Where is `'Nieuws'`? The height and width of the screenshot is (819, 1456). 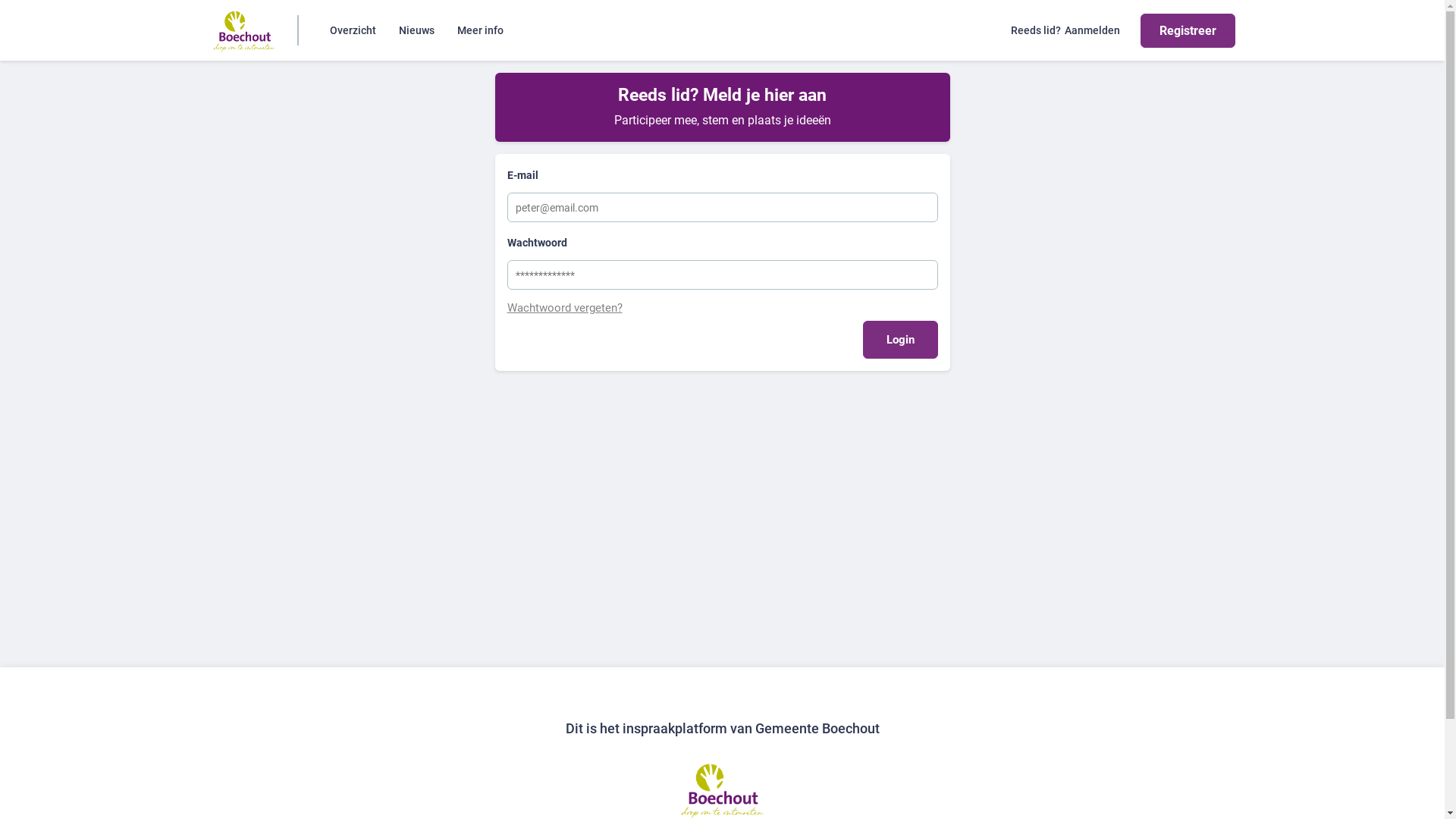 'Nieuws' is located at coordinates (416, 30).